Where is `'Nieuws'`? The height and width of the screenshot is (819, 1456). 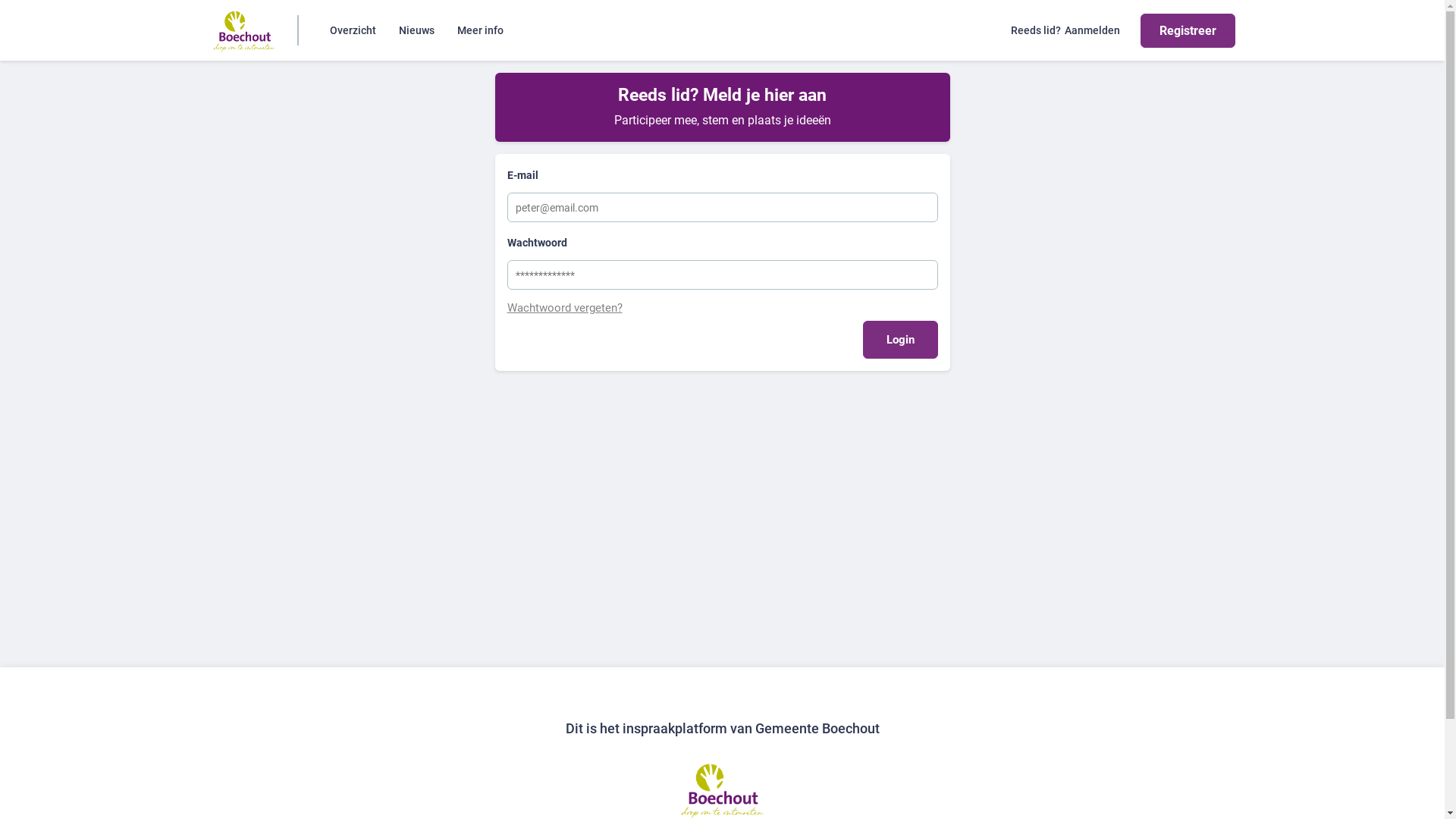 'Nieuws' is located at coordinates (416, 30).